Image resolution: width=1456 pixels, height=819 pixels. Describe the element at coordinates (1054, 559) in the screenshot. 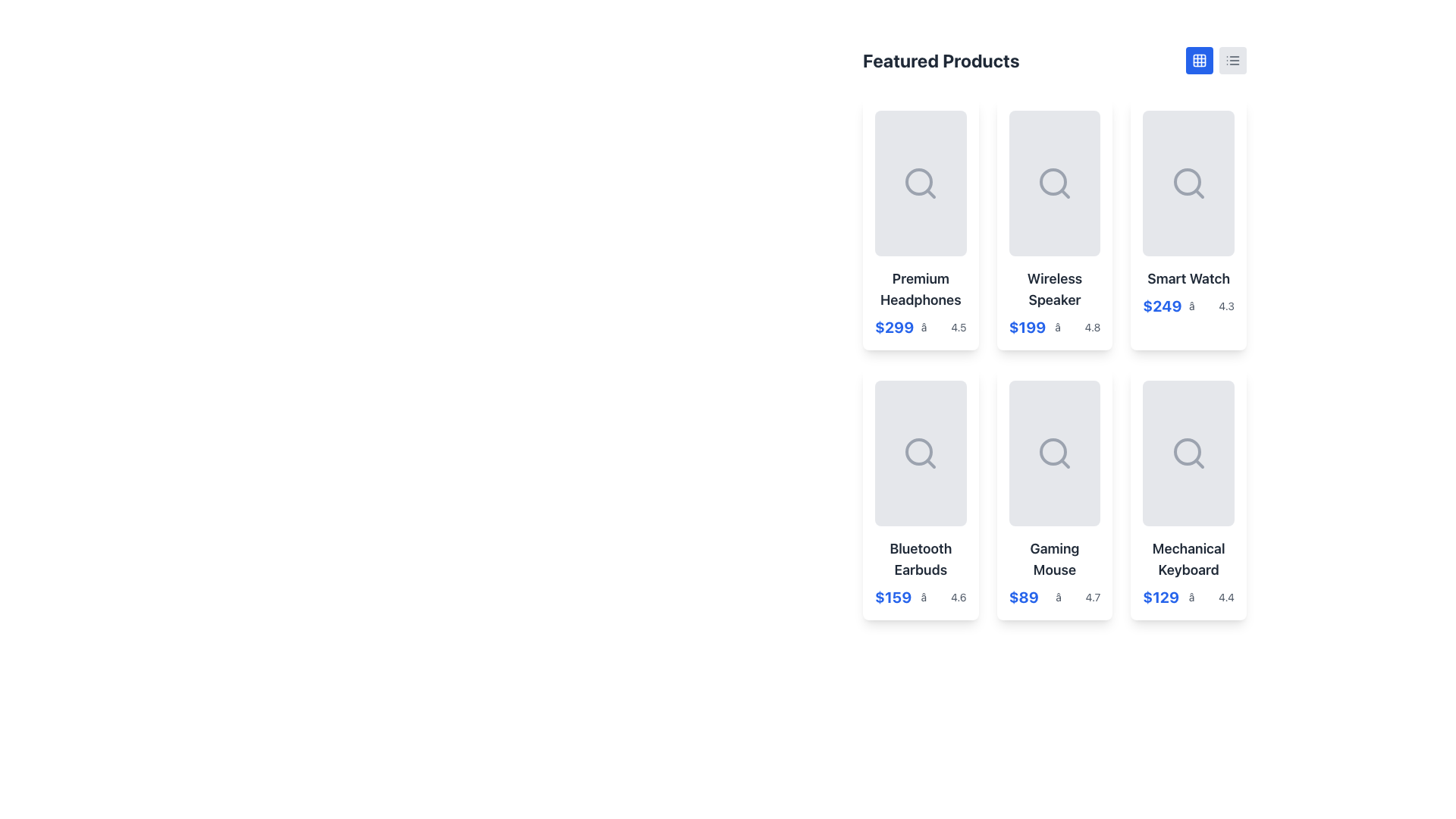

I see `the text label that states 'Gaming Mouse', which is a semibold dark gray text displayed in two lines within a grid layout of product information` at that location.